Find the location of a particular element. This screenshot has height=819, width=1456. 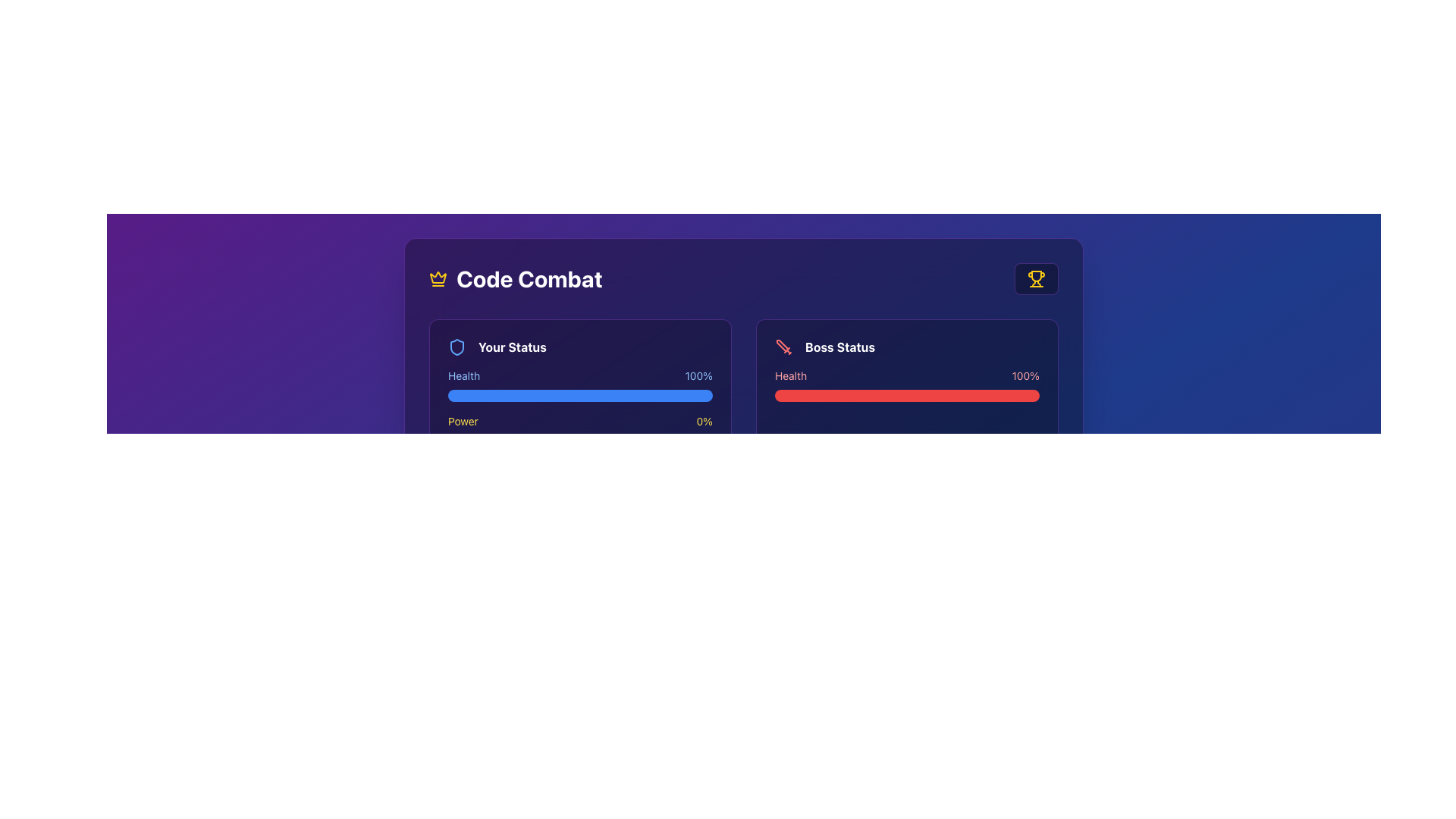

text elements of the Progress Indicator that displays 'Health' and 'Power' statuses, located within the 'Your Status' section is located at coordinates (579, 406).